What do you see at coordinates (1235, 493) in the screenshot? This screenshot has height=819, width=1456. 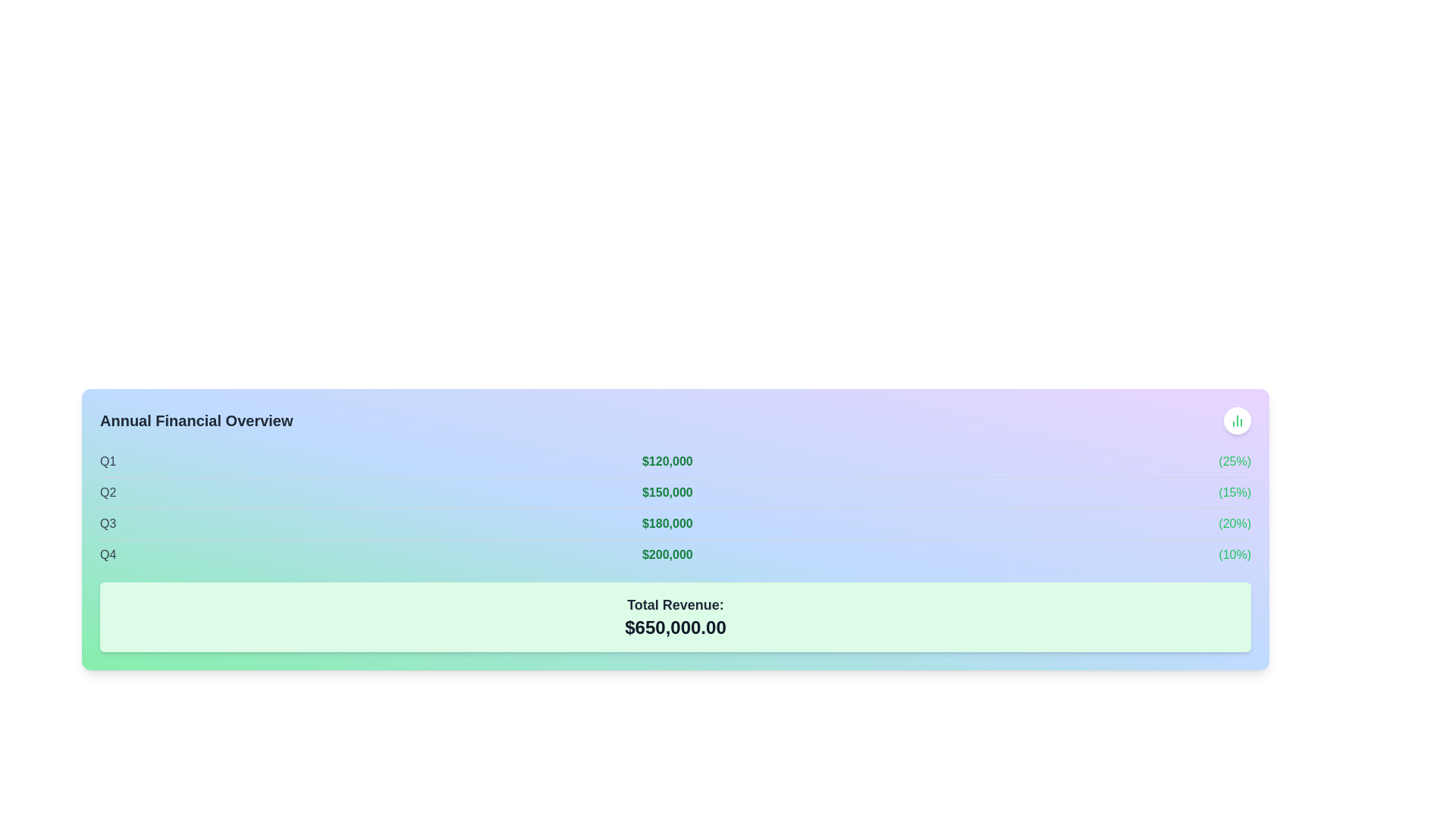 I see `the green text label displaying '(15%)' in parentheses, which is located in the second row of the financial overview table aligned with 'Q2'` at bounding box center [1235, 493].